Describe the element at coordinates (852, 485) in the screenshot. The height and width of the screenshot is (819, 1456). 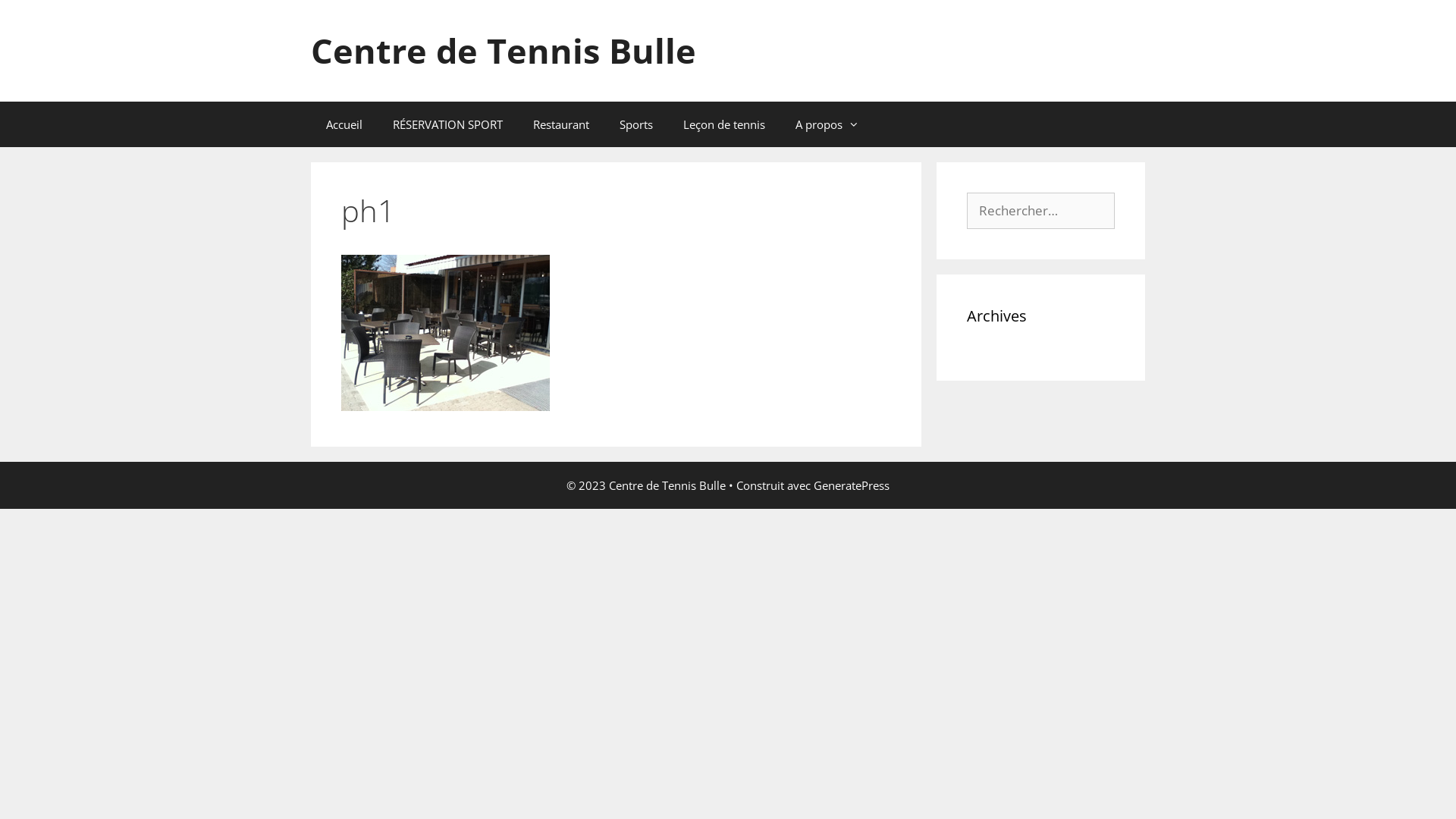
I see `'GeneratePress'` at that location.